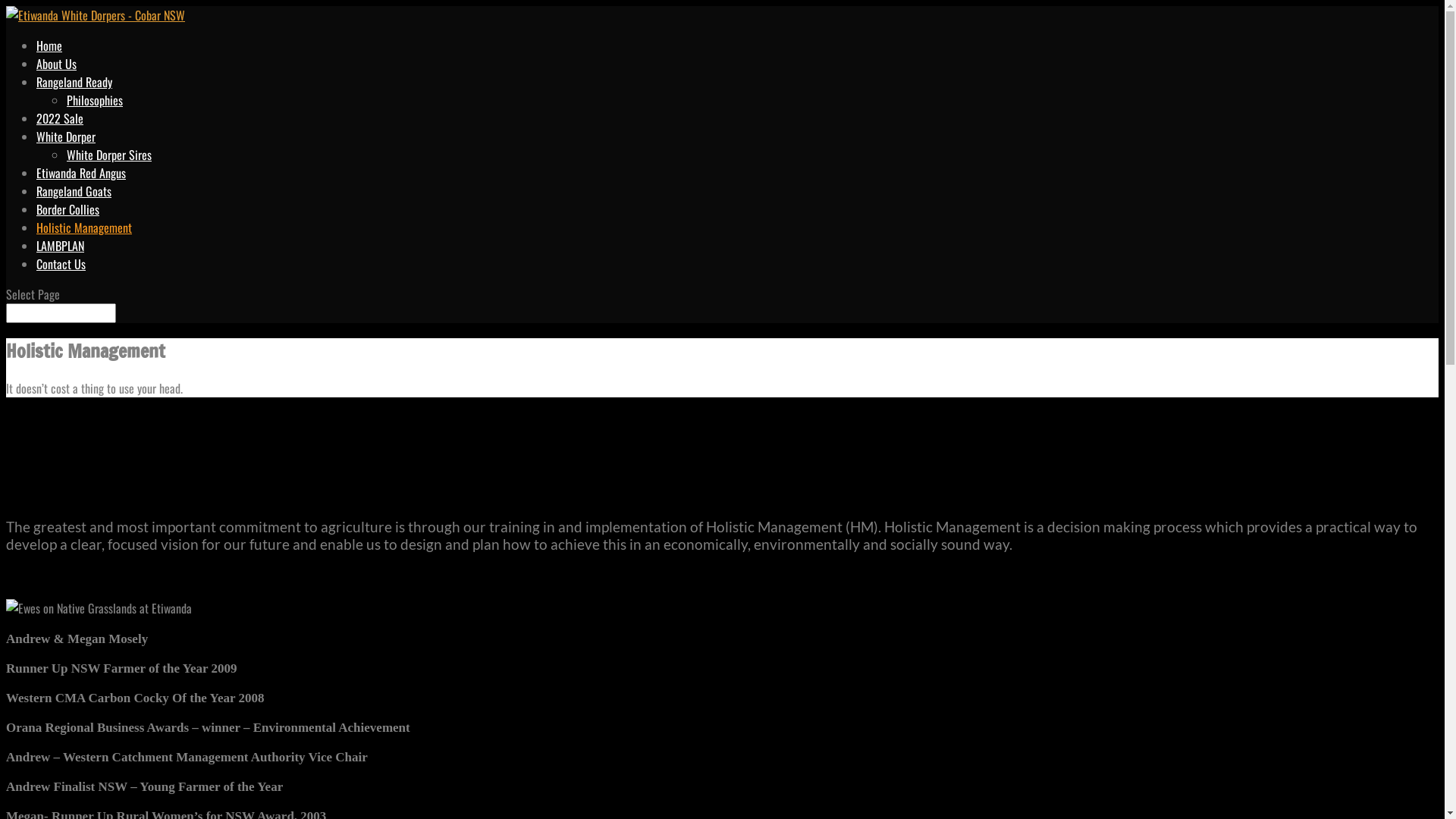 The image size is (1456, 819). Describe the element at coordinates (59, 117) in the screenshot. I see `'2022 Sale'` at that location.